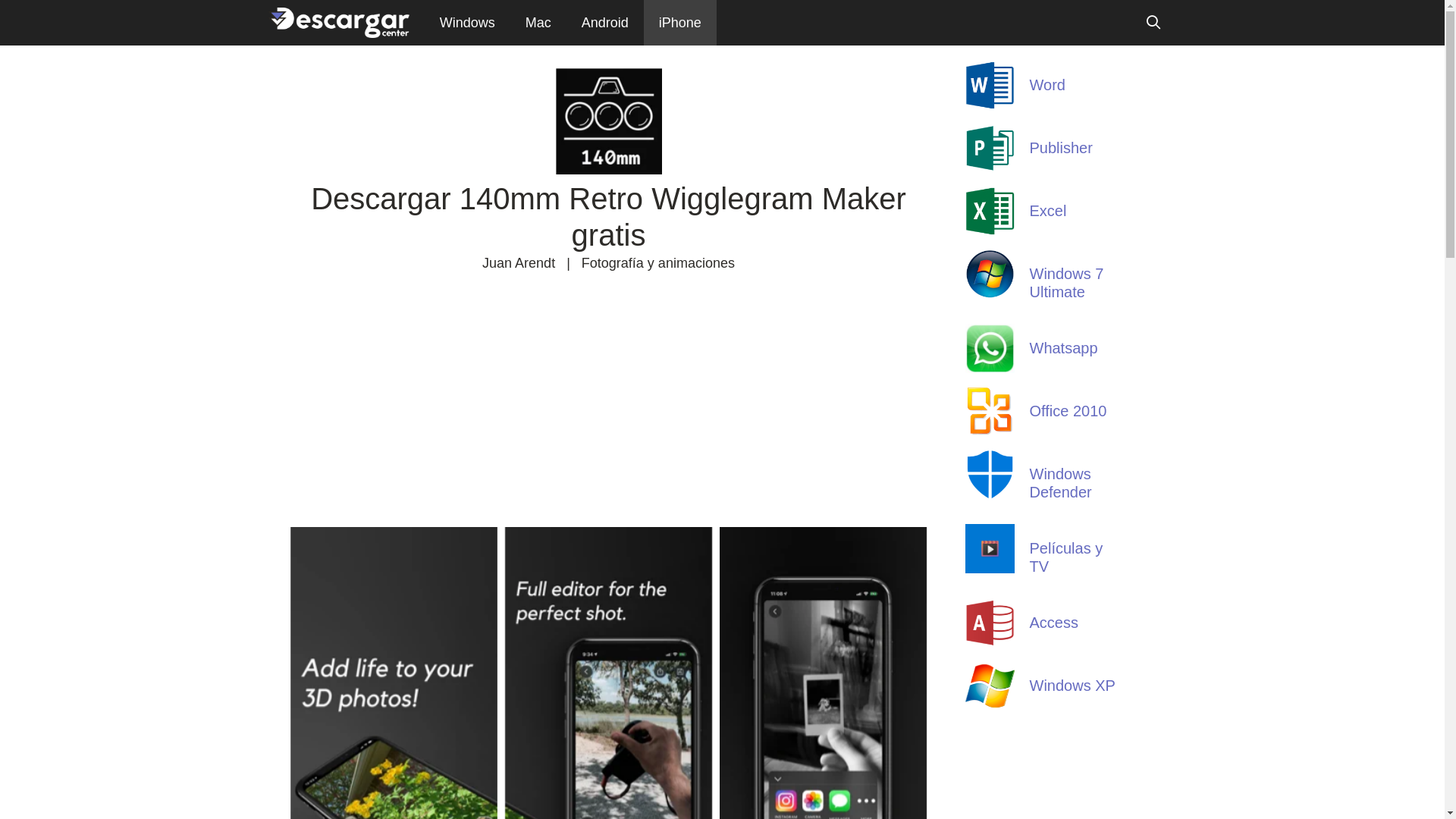 Image resolution: width=1456 pixels, height=819 pixels. I want to click on 'Access', so click(989, 643).